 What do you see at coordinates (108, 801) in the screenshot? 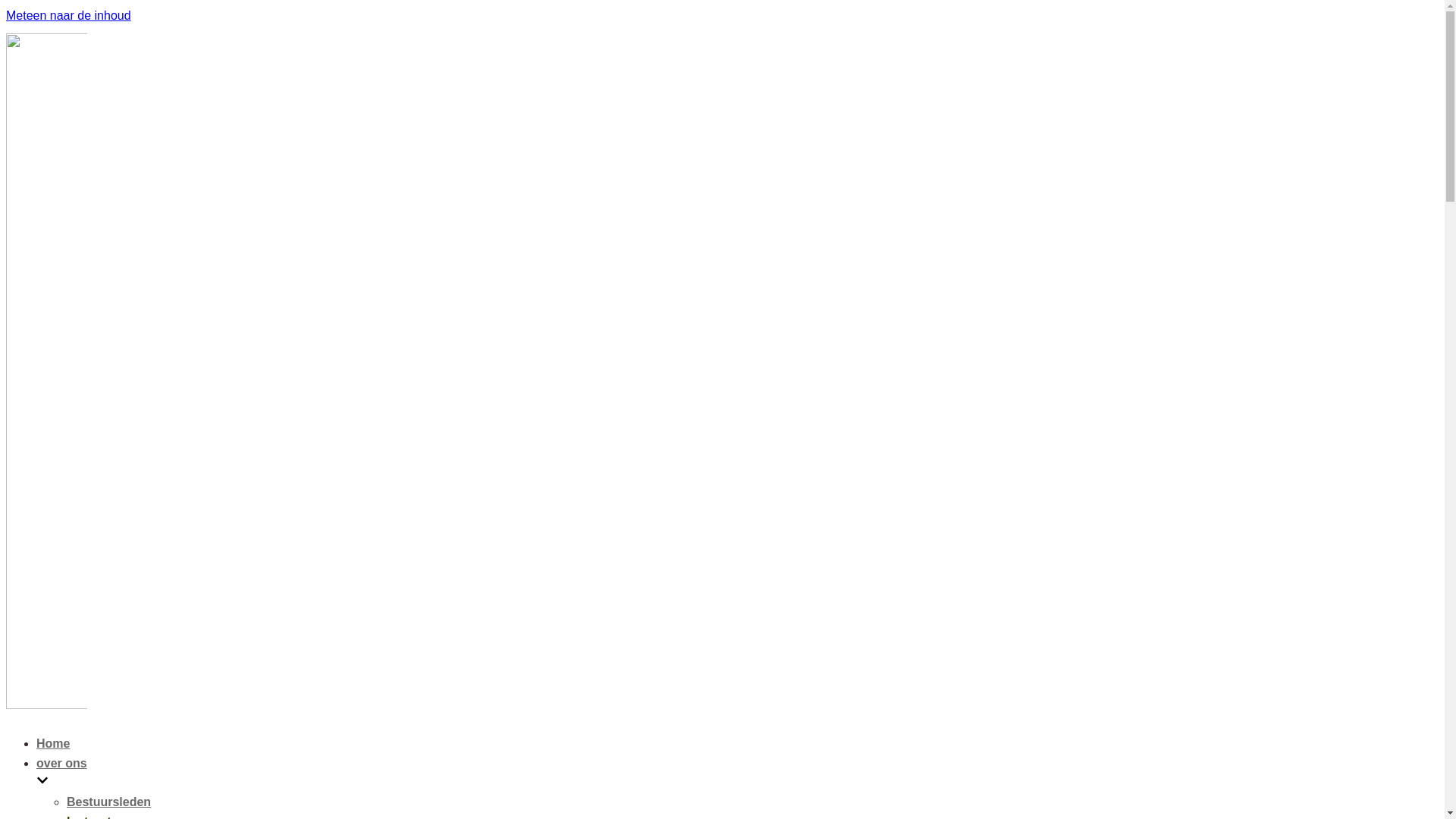
I see `'Bestuursleden'` at bounding box center [108, 801].